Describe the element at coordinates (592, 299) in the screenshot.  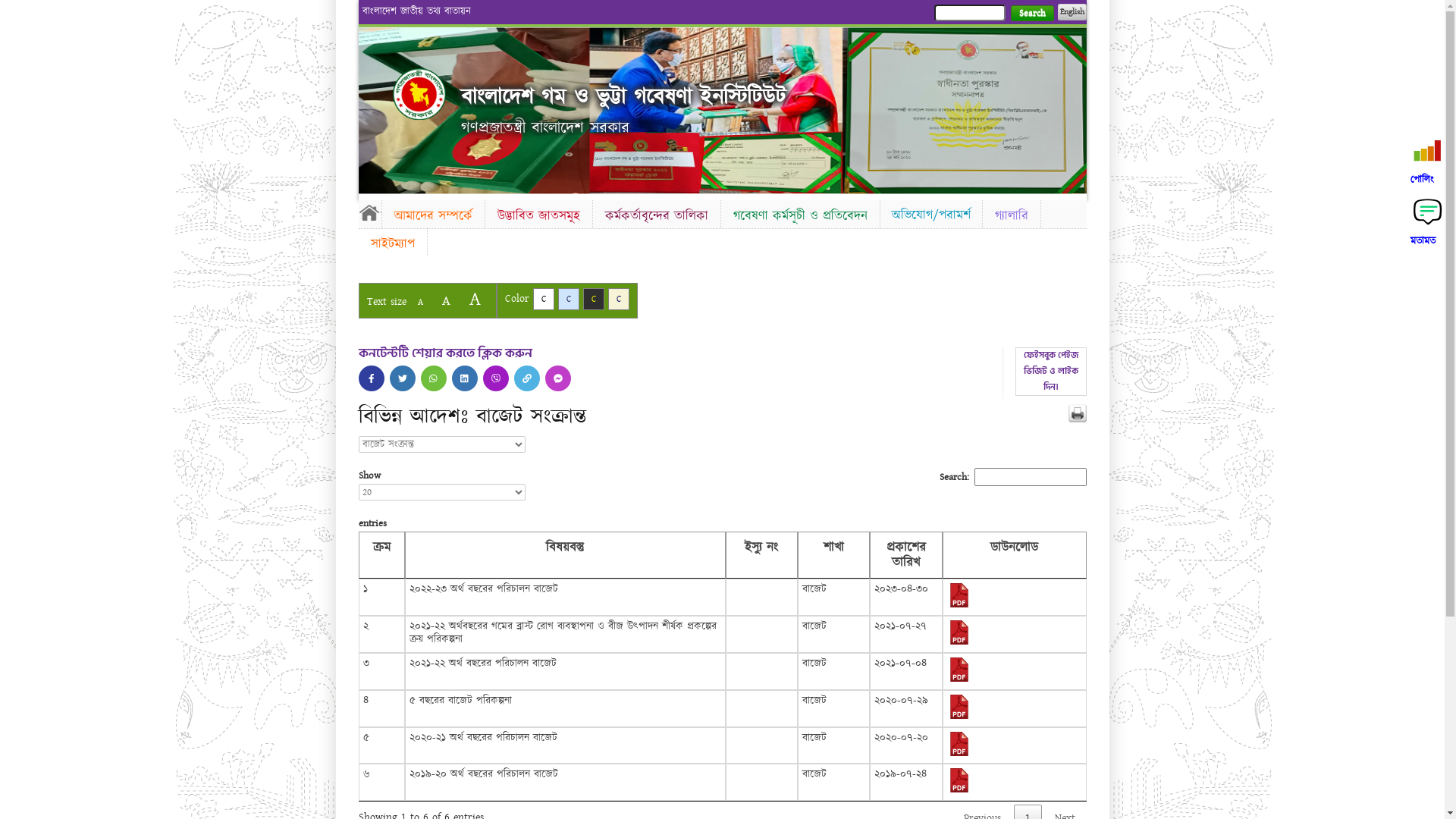
I see `'C'` at that location.